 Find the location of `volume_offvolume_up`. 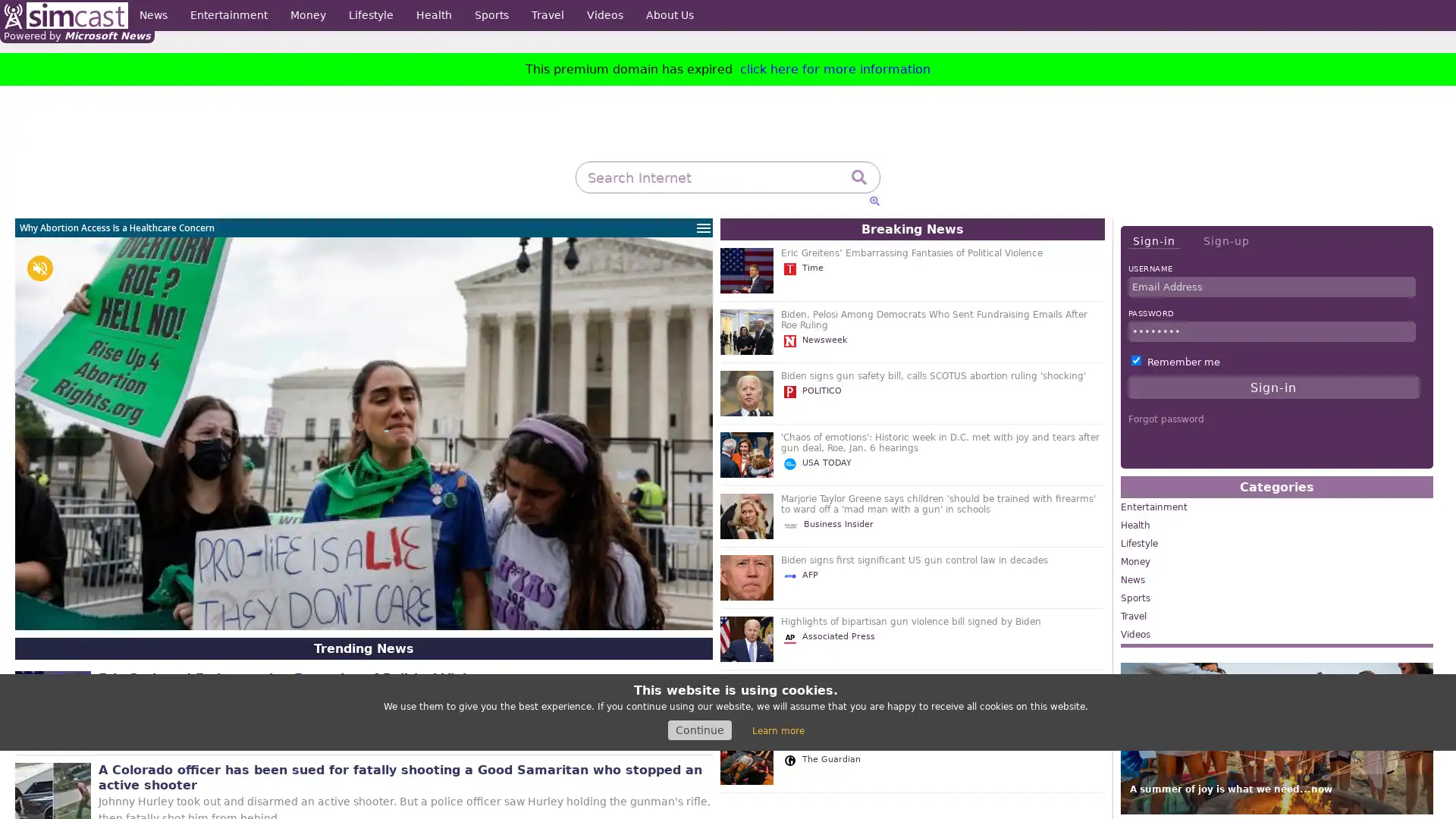

volume_offvolume_up is located at coordinates (39, 268).